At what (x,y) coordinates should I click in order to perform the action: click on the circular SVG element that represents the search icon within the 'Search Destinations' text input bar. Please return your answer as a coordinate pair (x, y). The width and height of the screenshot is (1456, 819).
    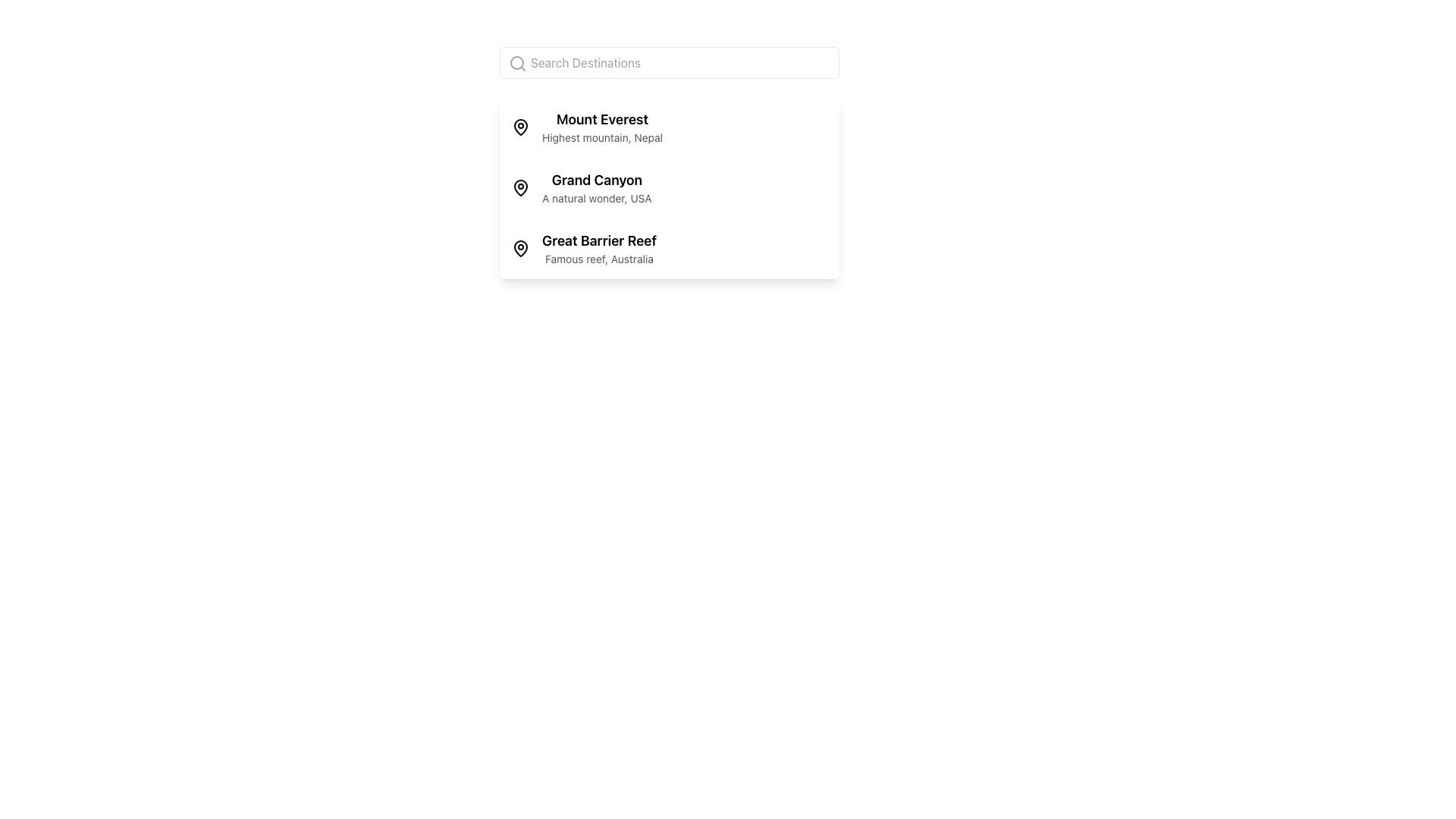
    Looking at the image, I should click on (516, 62).